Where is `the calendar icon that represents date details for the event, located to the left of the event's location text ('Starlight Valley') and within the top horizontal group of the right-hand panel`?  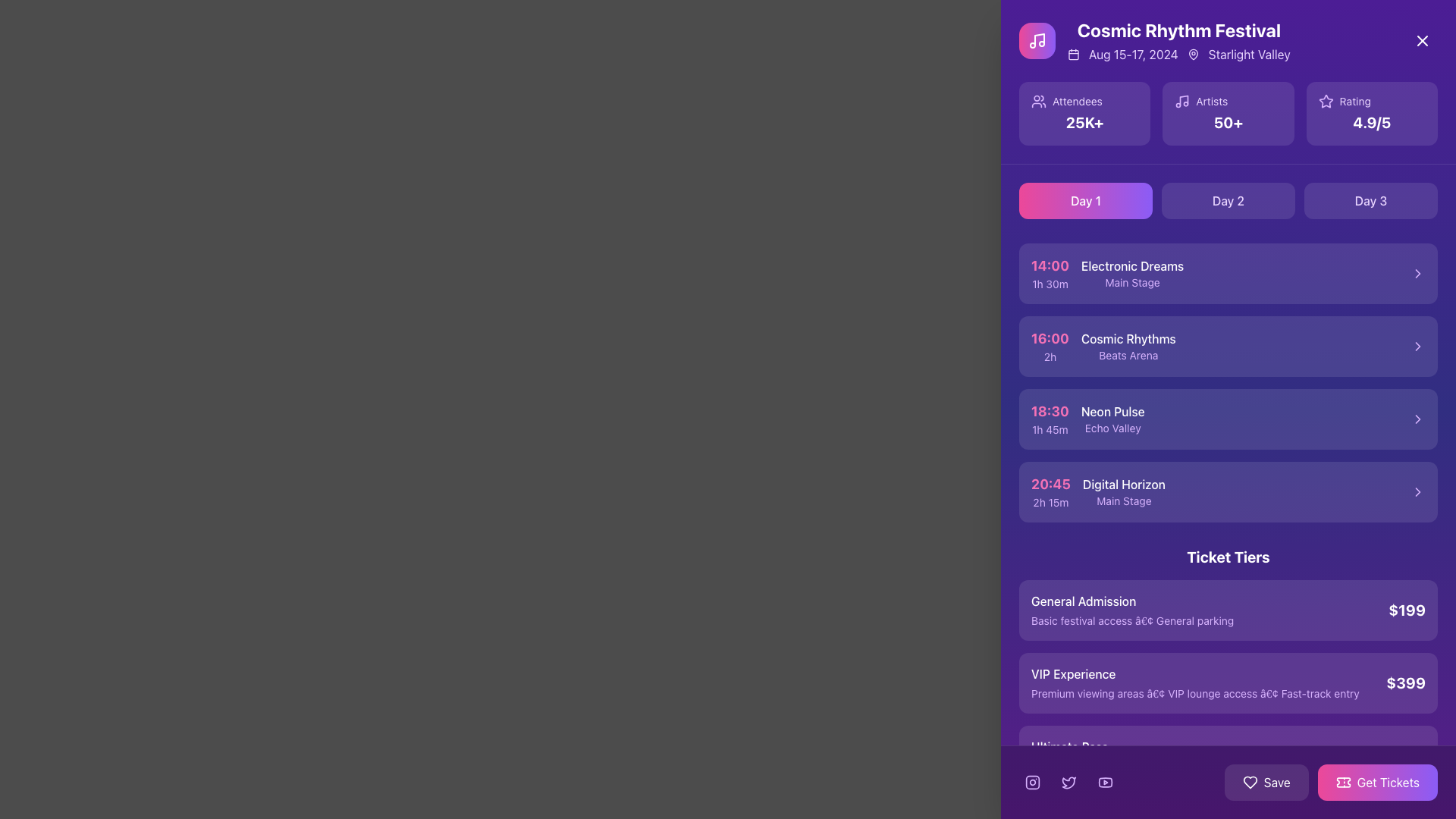
the calendar icon that represents date details for the event, located to the left of the event's location text ('Starlight Valley') and within the top horizontal group of the right-hand panel is located at coordinates (1073, 54).